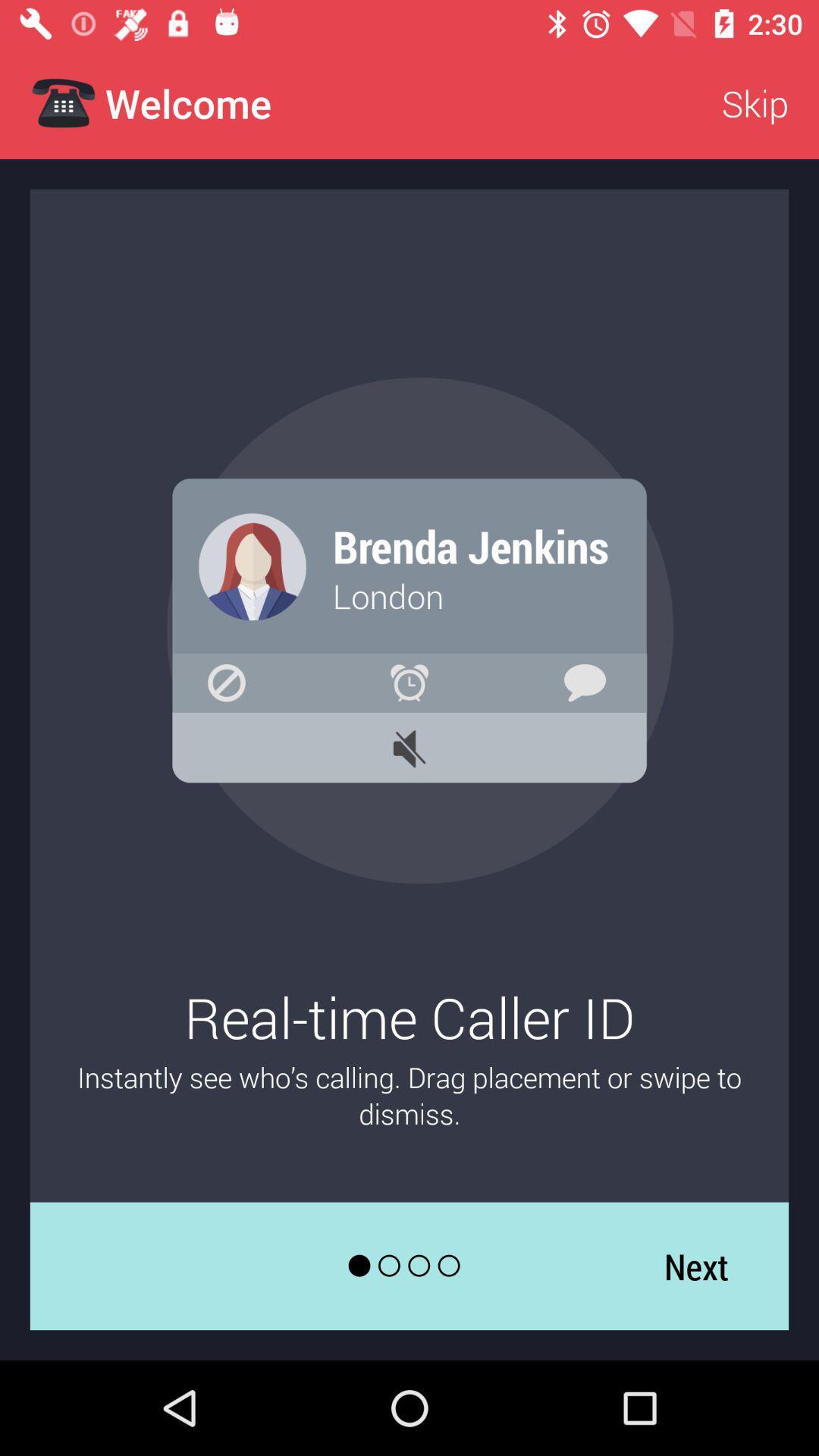 The image size is (819, 1456). What do you see at coordinates (696, 1266) in the screenshot?
I see `the next at the bottom right corner` at bounding box center [696, 1266].